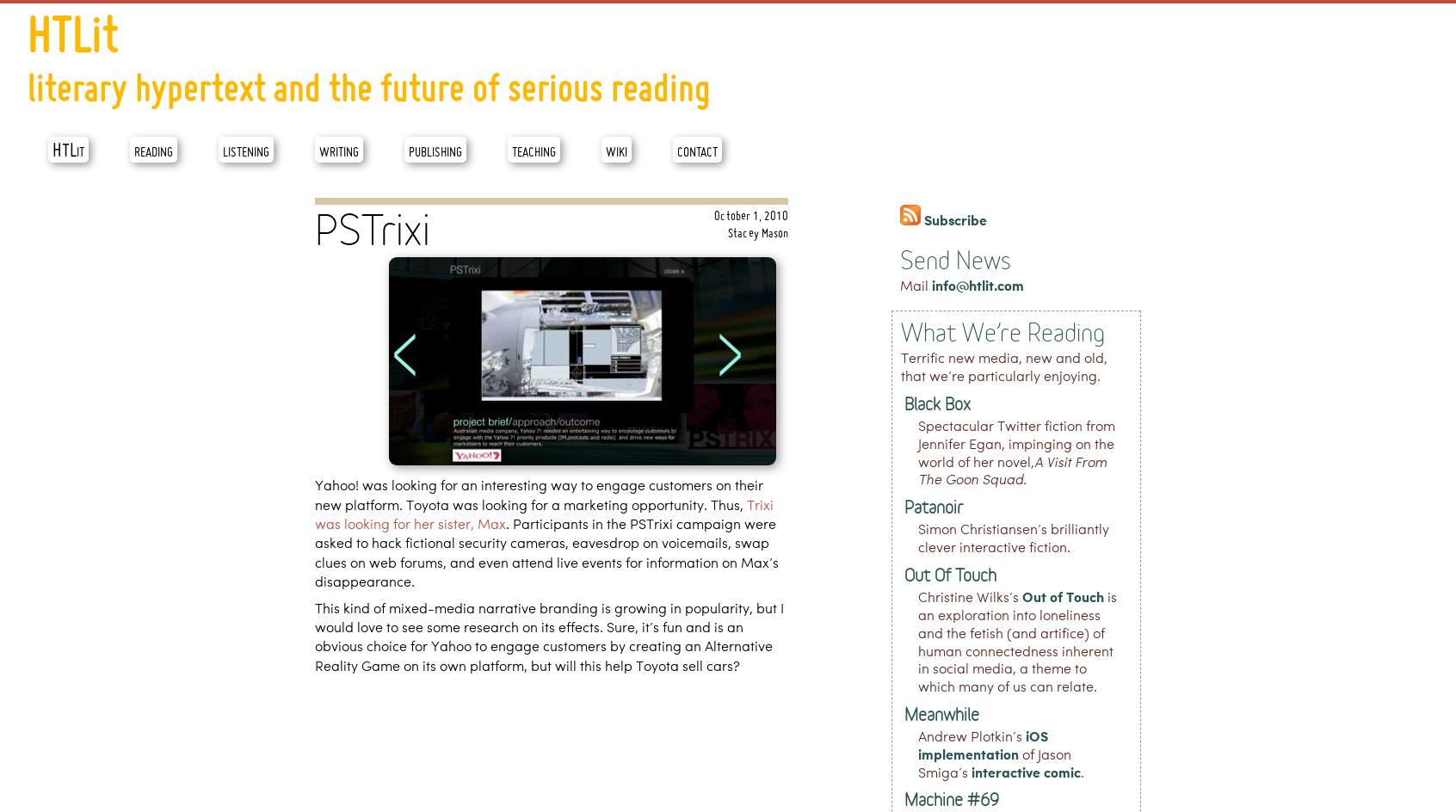 Image resolution: width=1456 pixels, height=812 pixels. What do you see at coordinates (900, 367) in the screenshot?
I see `'Terrific new media, new and old, that we’re particularly enjoying.'` at bounding box center [900, 367].